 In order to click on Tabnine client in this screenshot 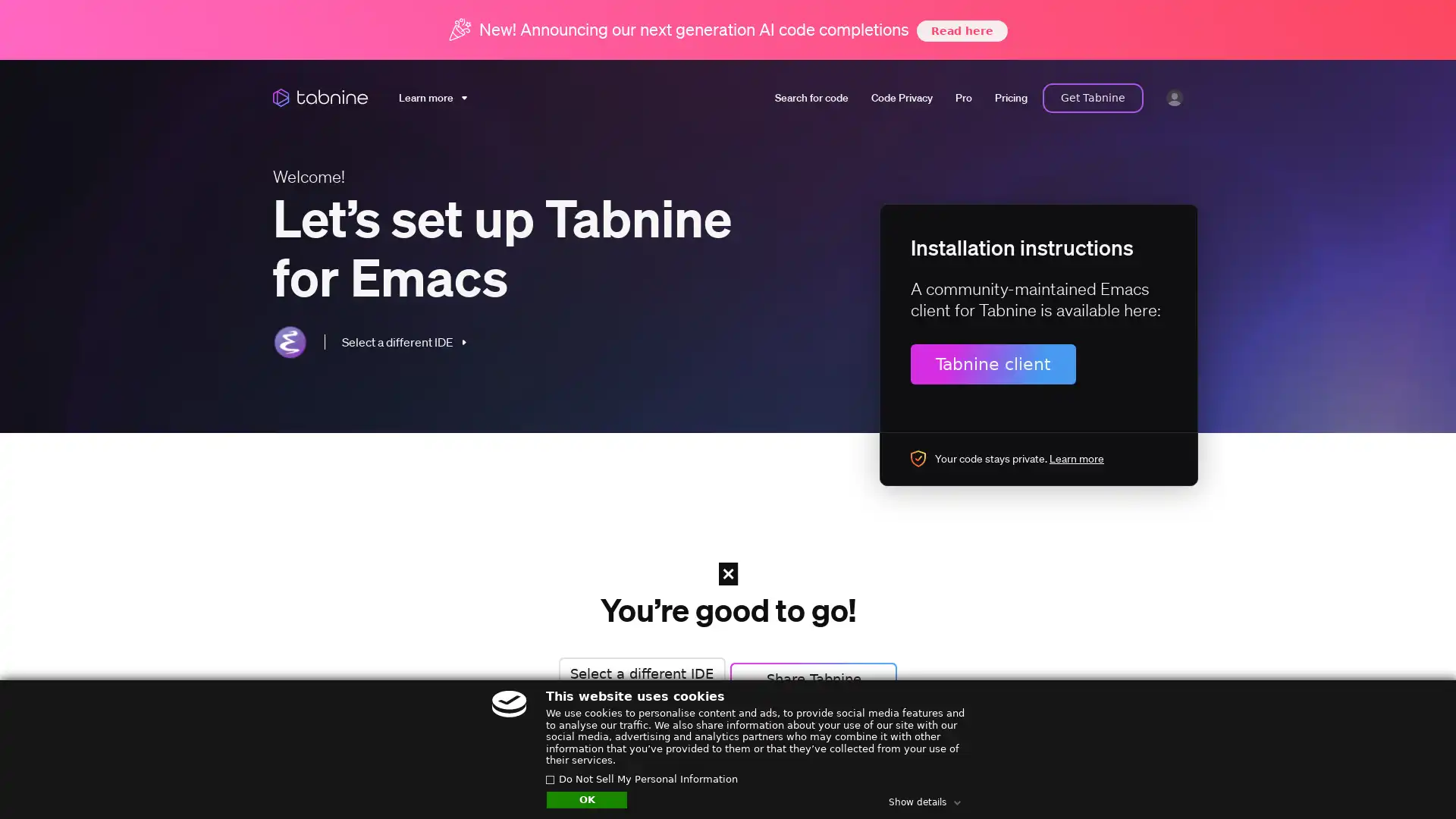, I will do `click(993, 363)`.